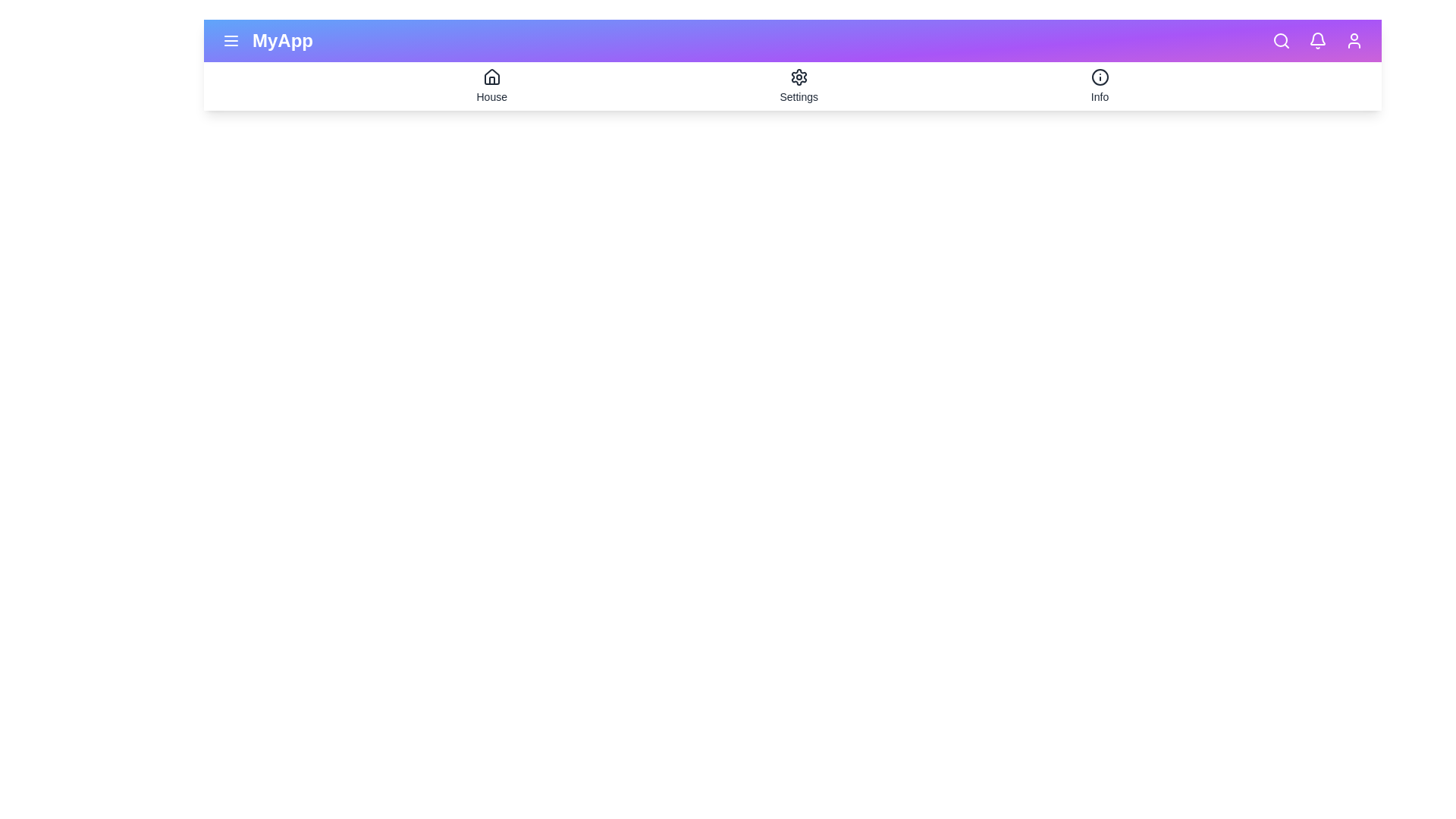 Image resolution: width=1456 pixels, height=819 pixels. I want to click on the menu icon to open the navigation drawer, so click(231, 40).